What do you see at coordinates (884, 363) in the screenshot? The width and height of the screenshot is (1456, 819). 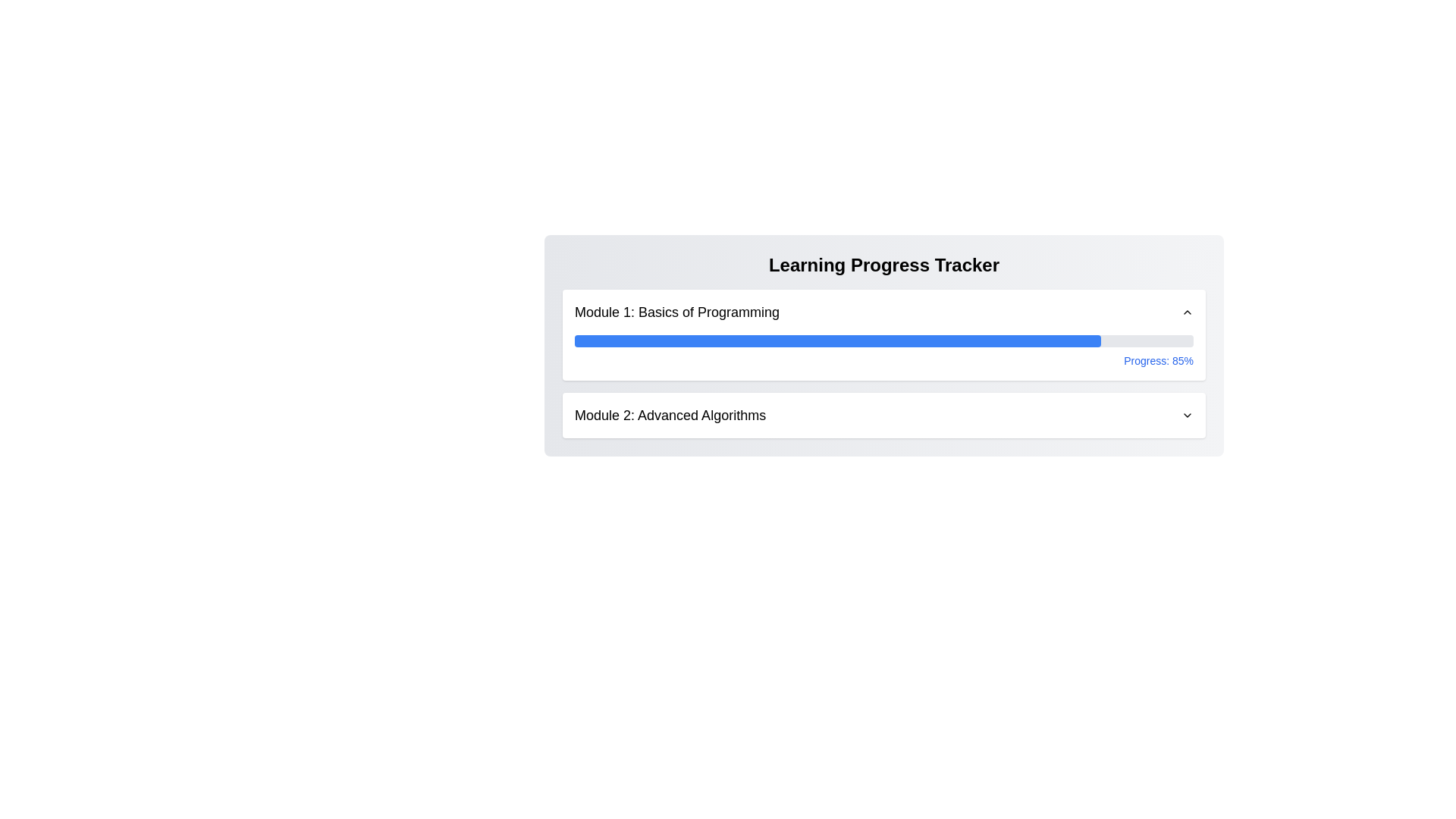 I see `the progress indicator that displays 'Progress: 85%' within the 'Learning Progress Tracker' section for the first module 'Module 1: Basics of Programming'` at bounding box center [884, 363].